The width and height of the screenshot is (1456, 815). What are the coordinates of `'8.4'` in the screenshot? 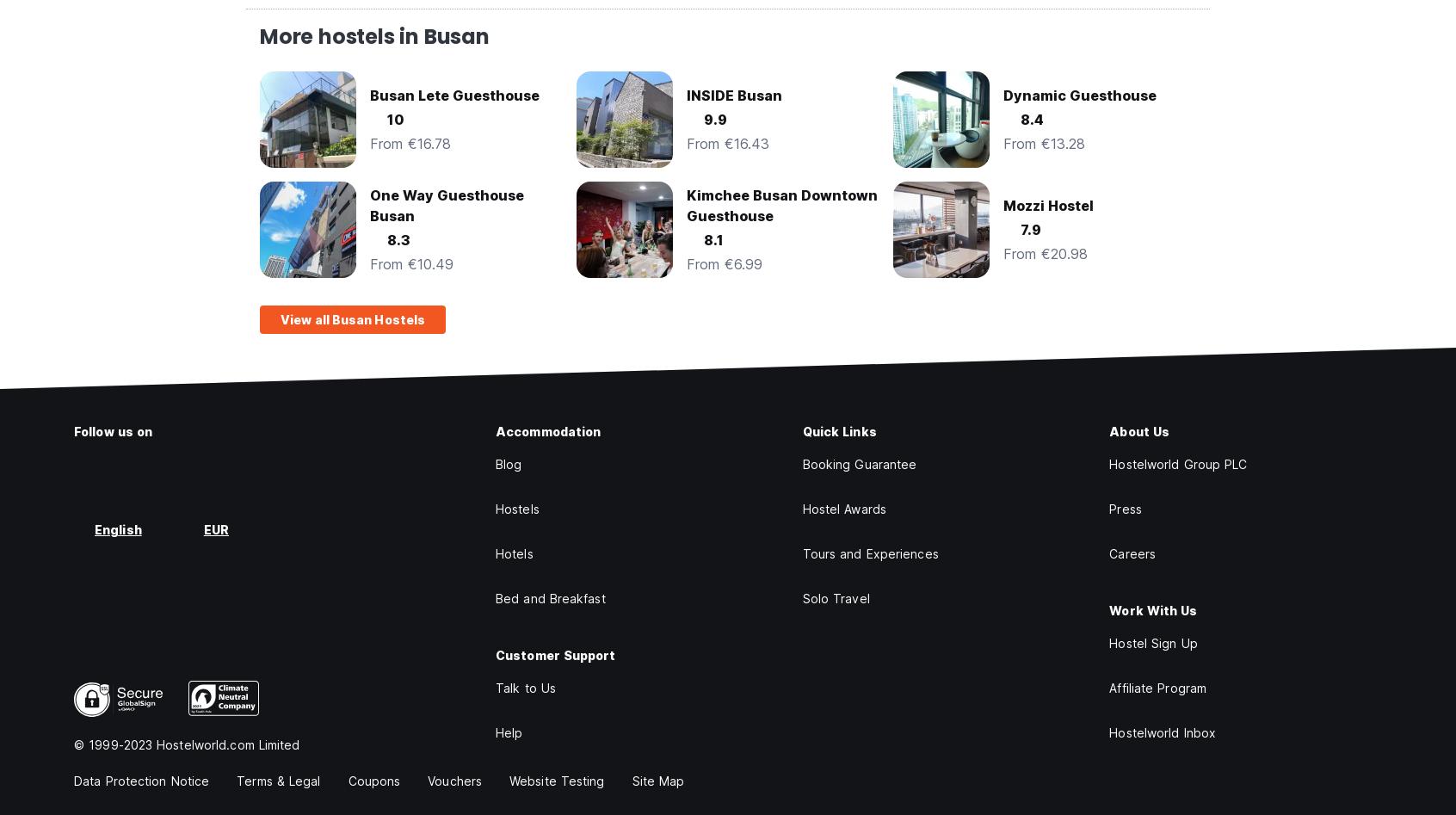 It's located at (1019, 119).